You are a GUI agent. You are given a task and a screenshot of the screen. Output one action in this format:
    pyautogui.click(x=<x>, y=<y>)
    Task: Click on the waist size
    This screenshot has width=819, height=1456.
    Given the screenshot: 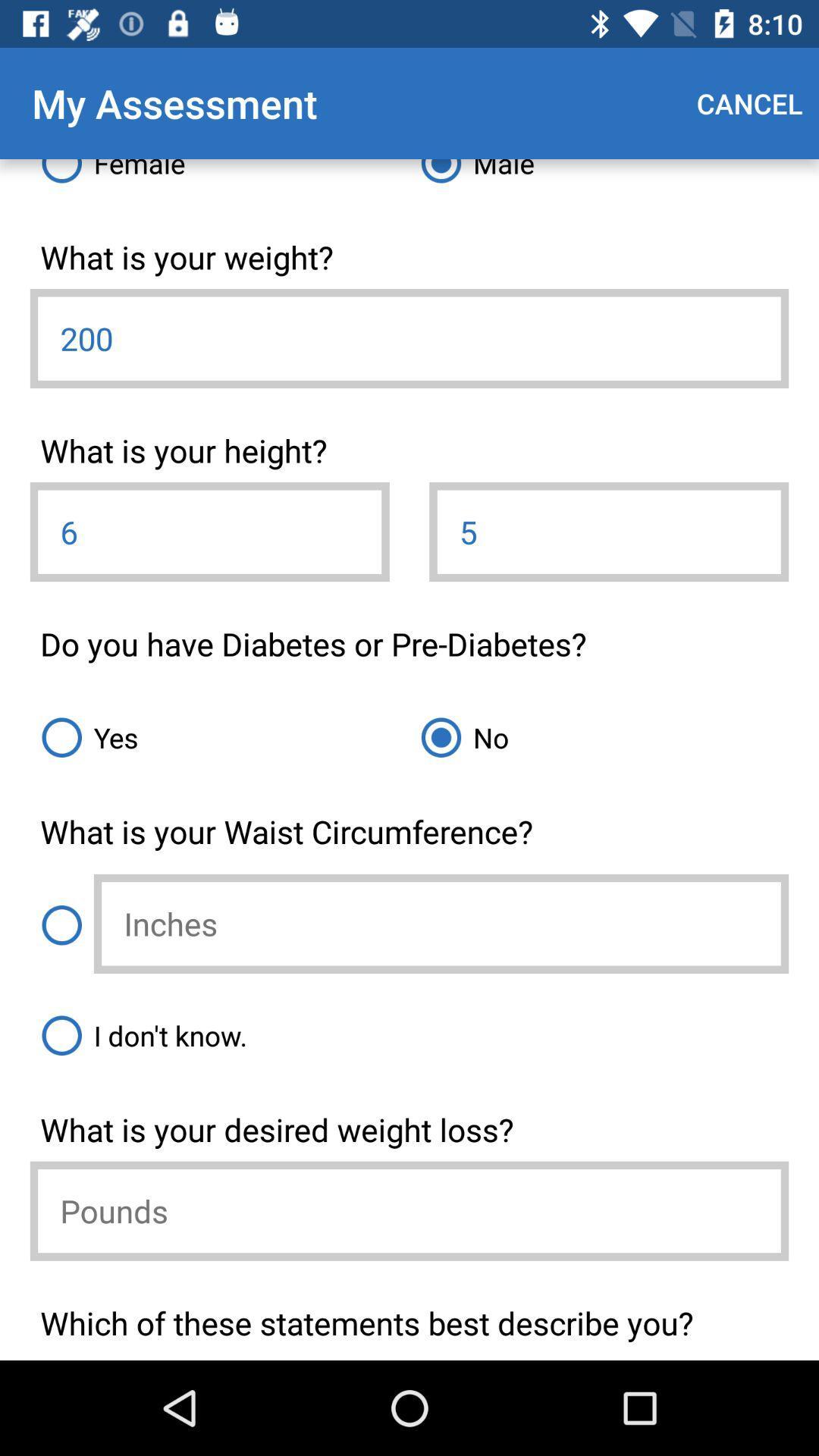 What is the action you would take?
    pyautogui.click(x=61, y=924)
    